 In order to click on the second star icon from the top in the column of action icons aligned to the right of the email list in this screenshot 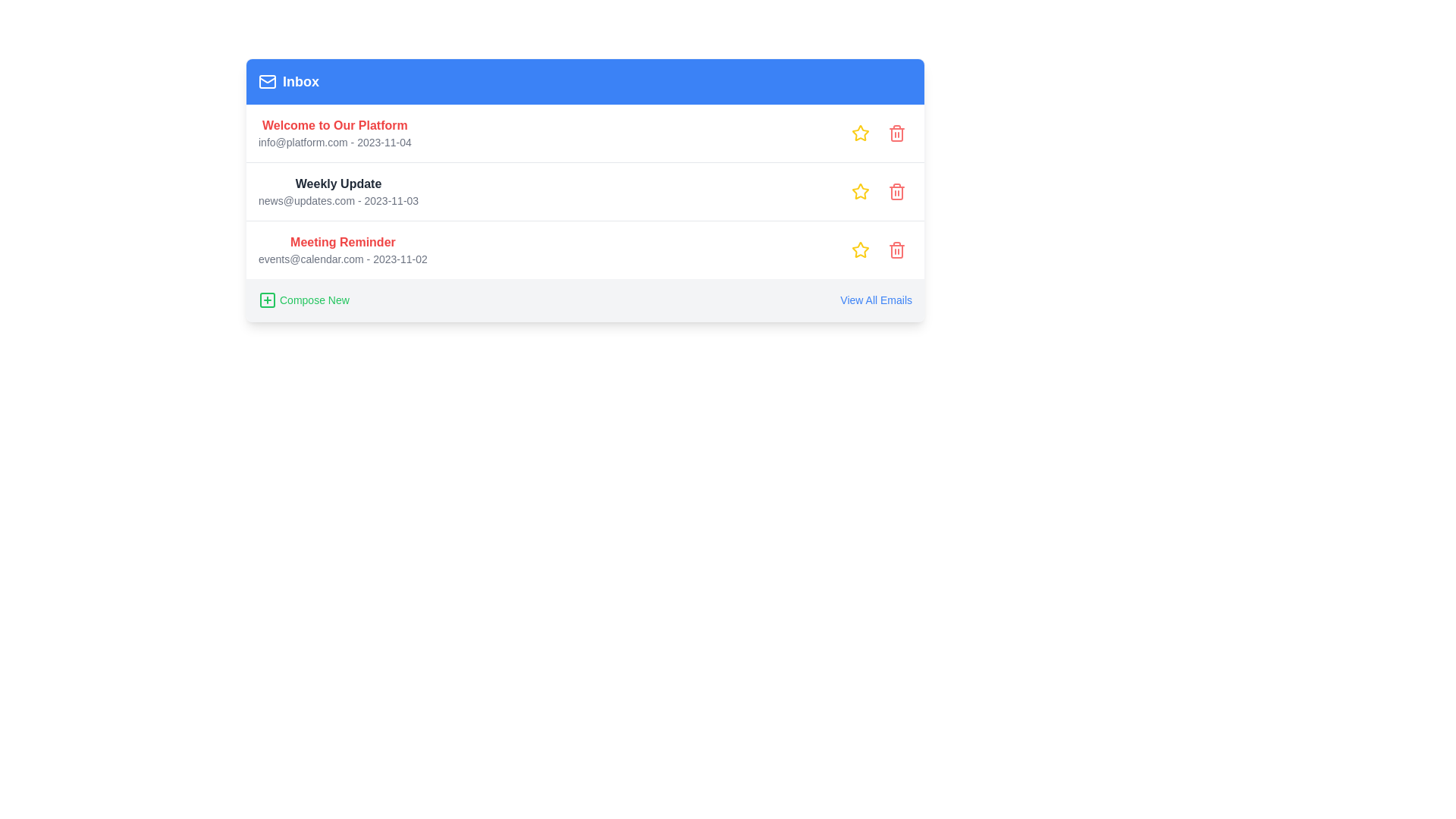, I will do `click(860, 249)`.